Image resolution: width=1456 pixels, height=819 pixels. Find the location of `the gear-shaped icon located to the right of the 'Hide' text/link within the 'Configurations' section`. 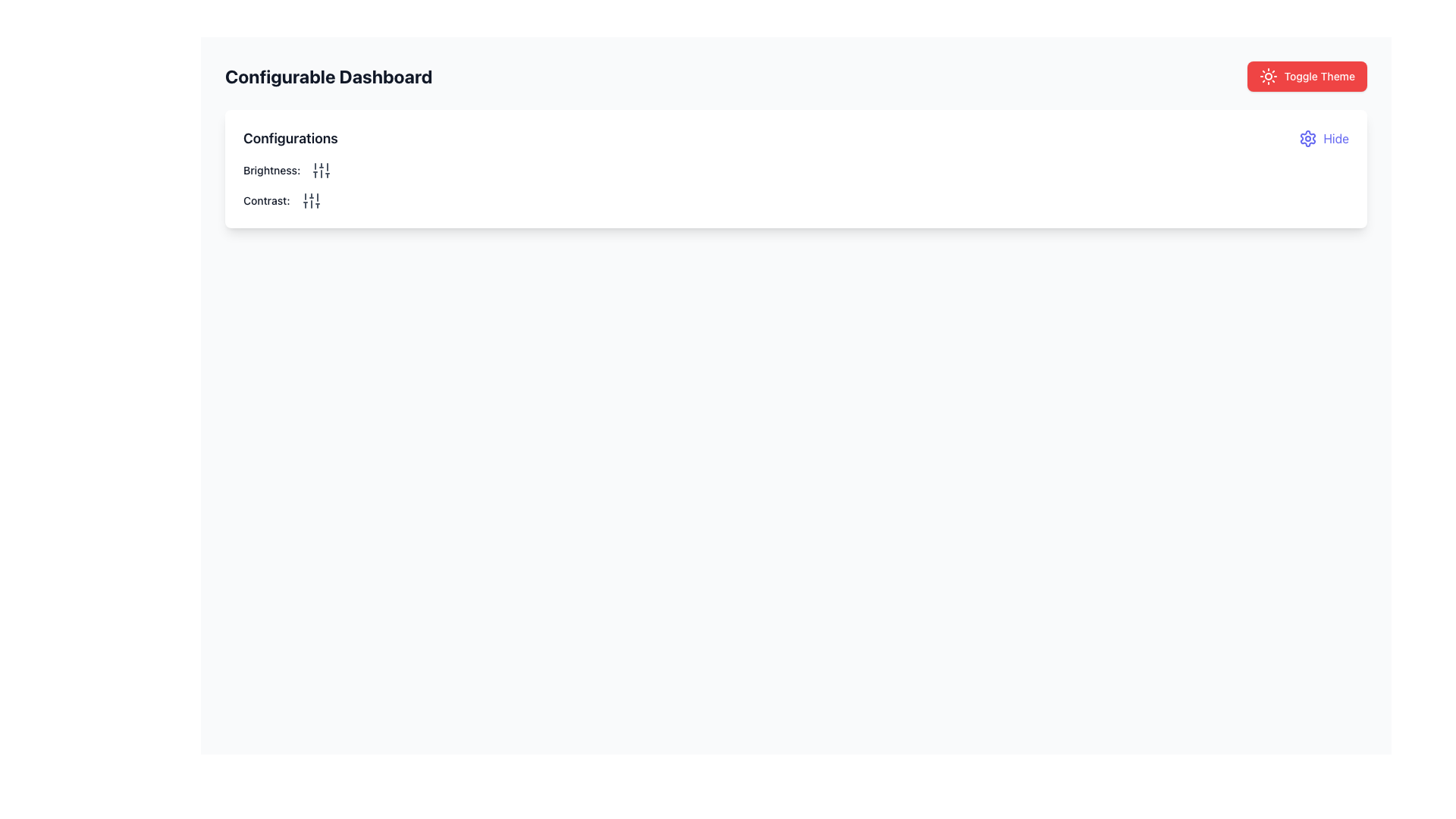

the gear-shaped icon located to the right of the 'Hide' text/link within the 'Configurations' section is located at coordinates (1307, 138).